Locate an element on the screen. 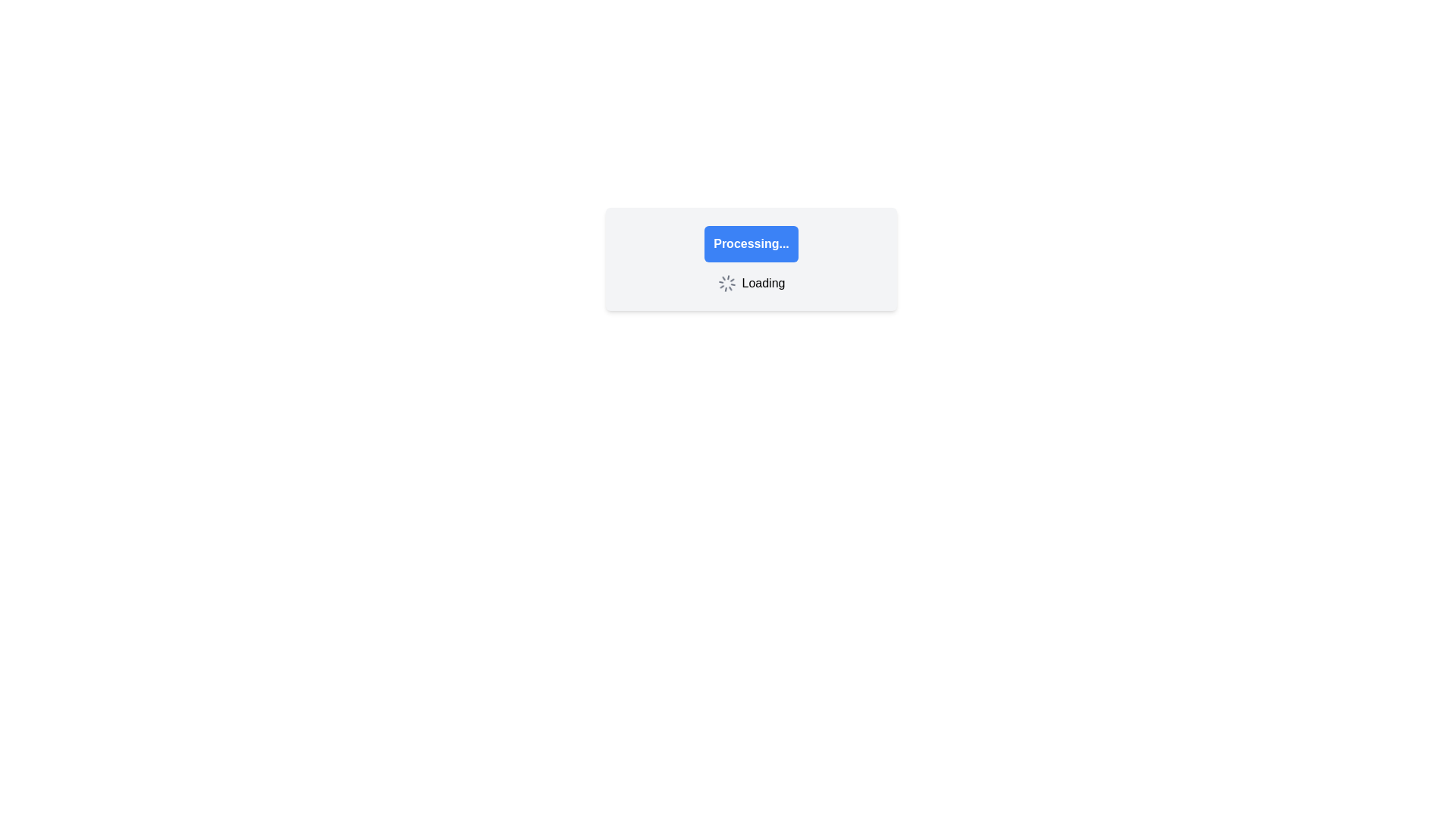  the spinning loader icon, which is a circular shape with short dashes styled in gray, positioned to the left of the 'Loading' text is located at coordinates (726, 284).